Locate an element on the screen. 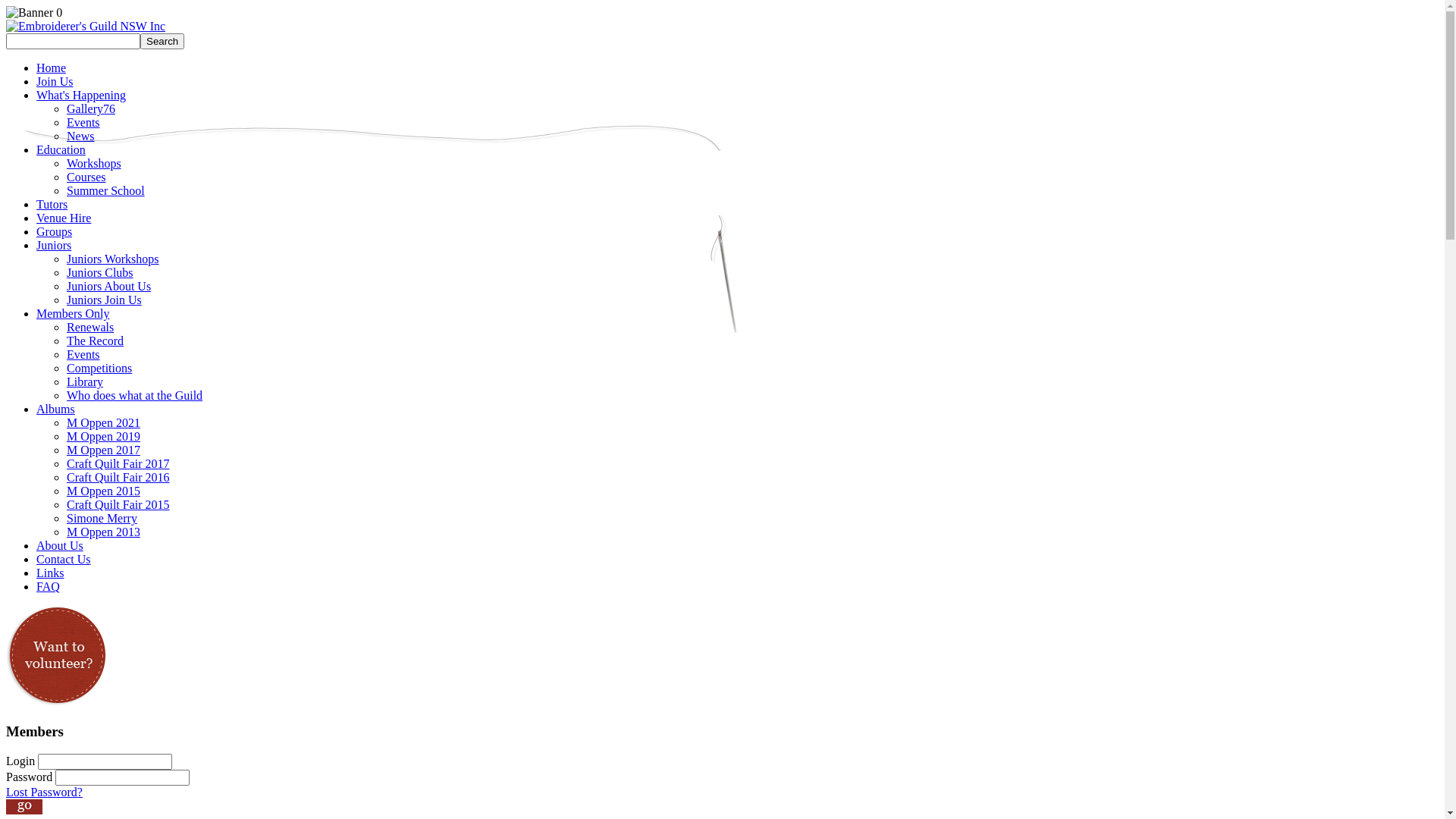 Image resolution: width=1456 pixels, height=819 pixels. 'Competitions' is located at coordinates (65, 368).